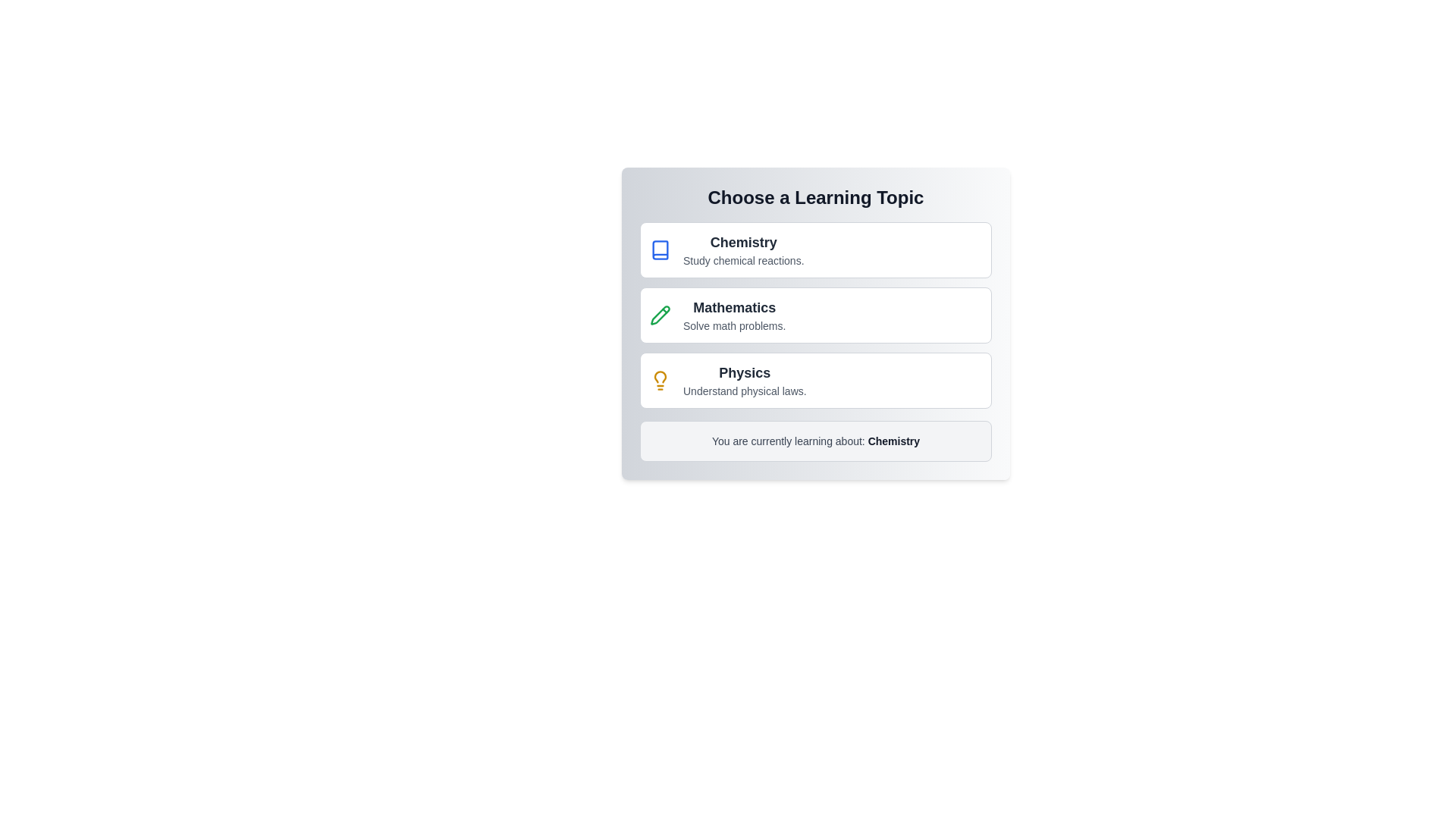 The width and height of the screenshot is (1456, 819). What do you see at coordinates (814, 249) in the screenshot?
I see `the button labeled 'Chemistry', which is the first button in a vertical grid layout, to select it as the topic of interest` at bounding box center [814, 249].